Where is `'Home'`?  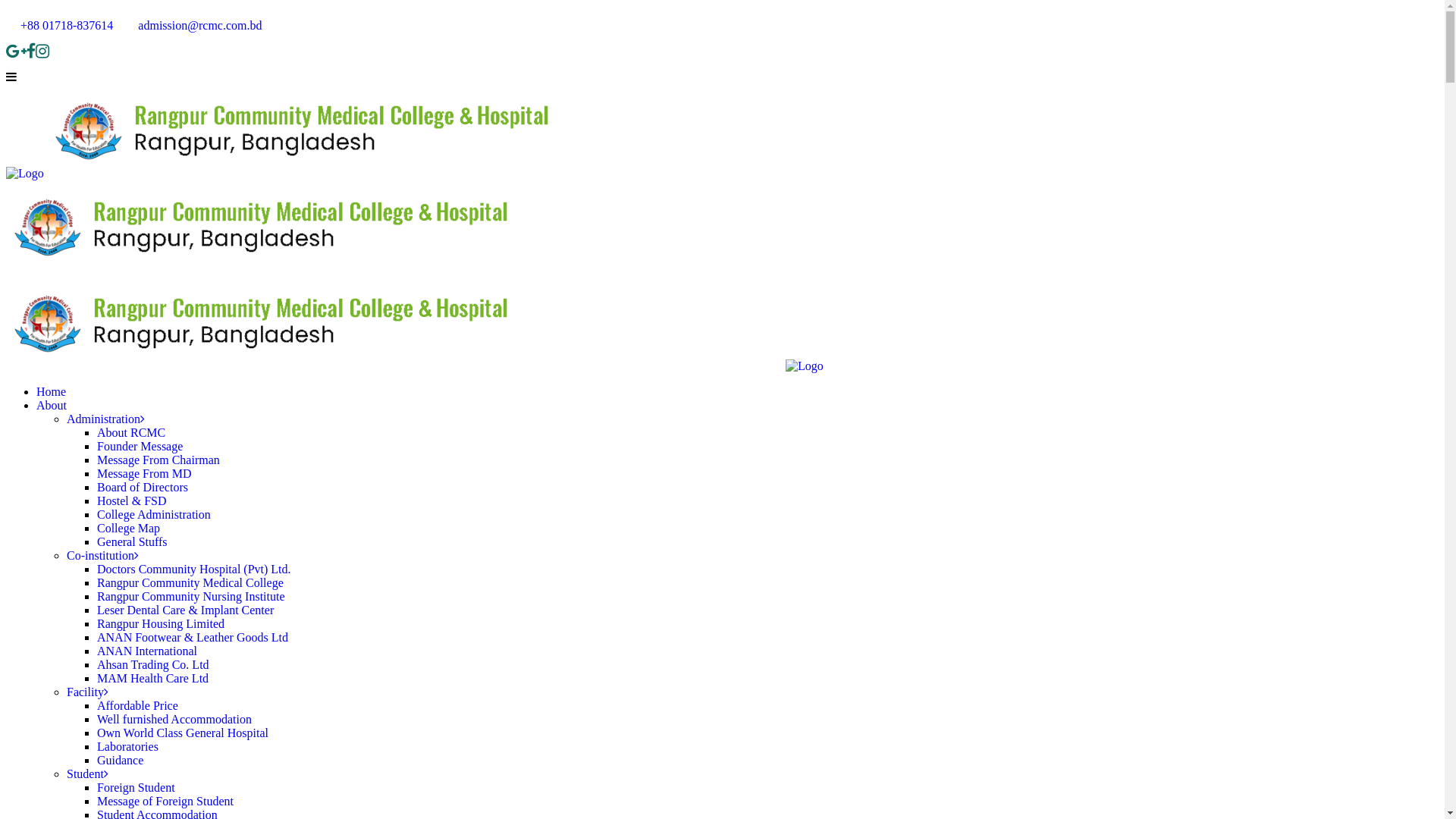
'Home' is located at coordinates (51, 391).